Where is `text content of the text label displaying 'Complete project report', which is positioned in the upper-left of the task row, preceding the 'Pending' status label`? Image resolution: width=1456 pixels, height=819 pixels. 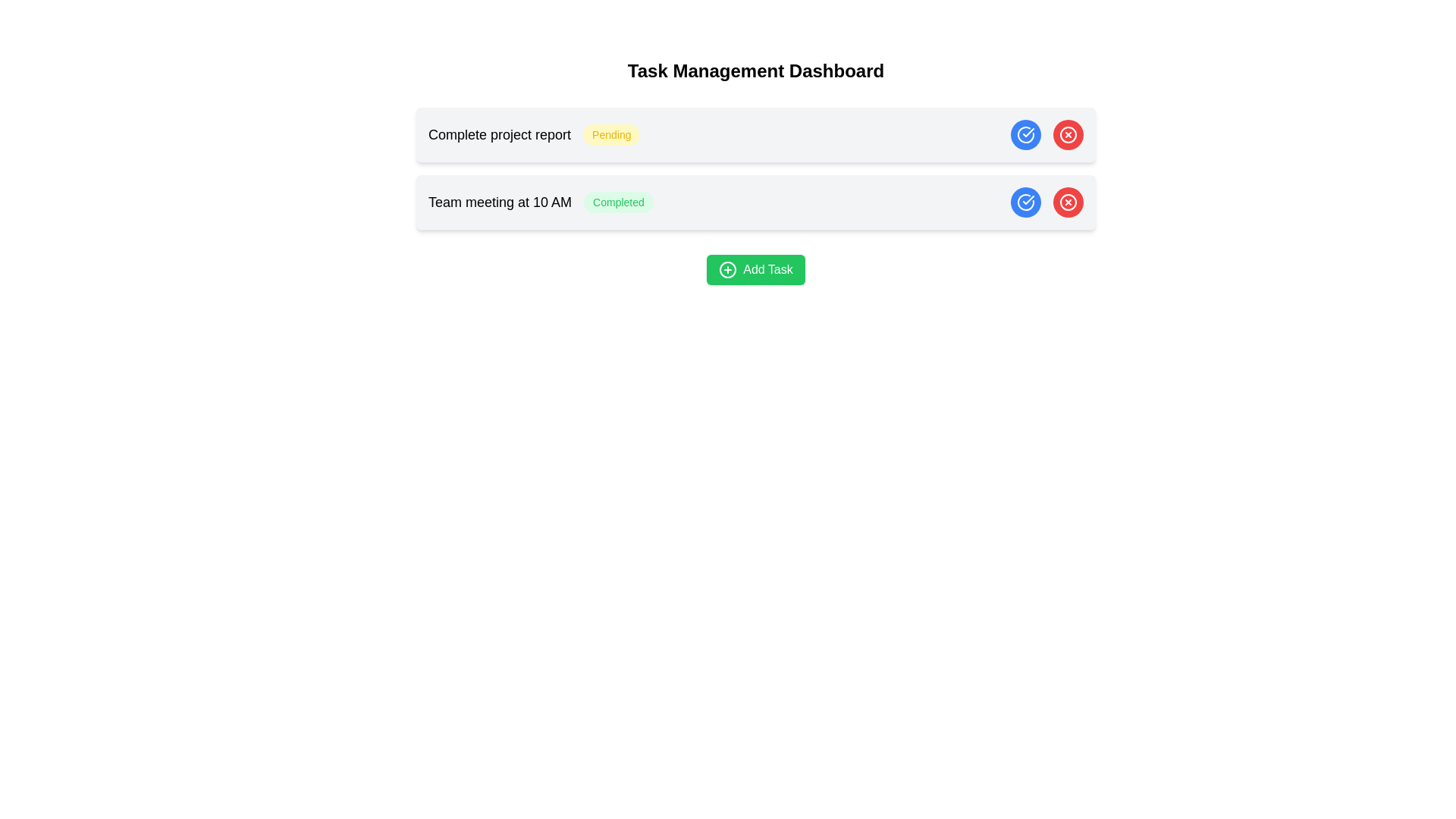
text content of the text label displaying 'Complete project report', which is positioned in the upper-left of the task row, preceding the 'Pending' status label is located at coordinates (500, 133).